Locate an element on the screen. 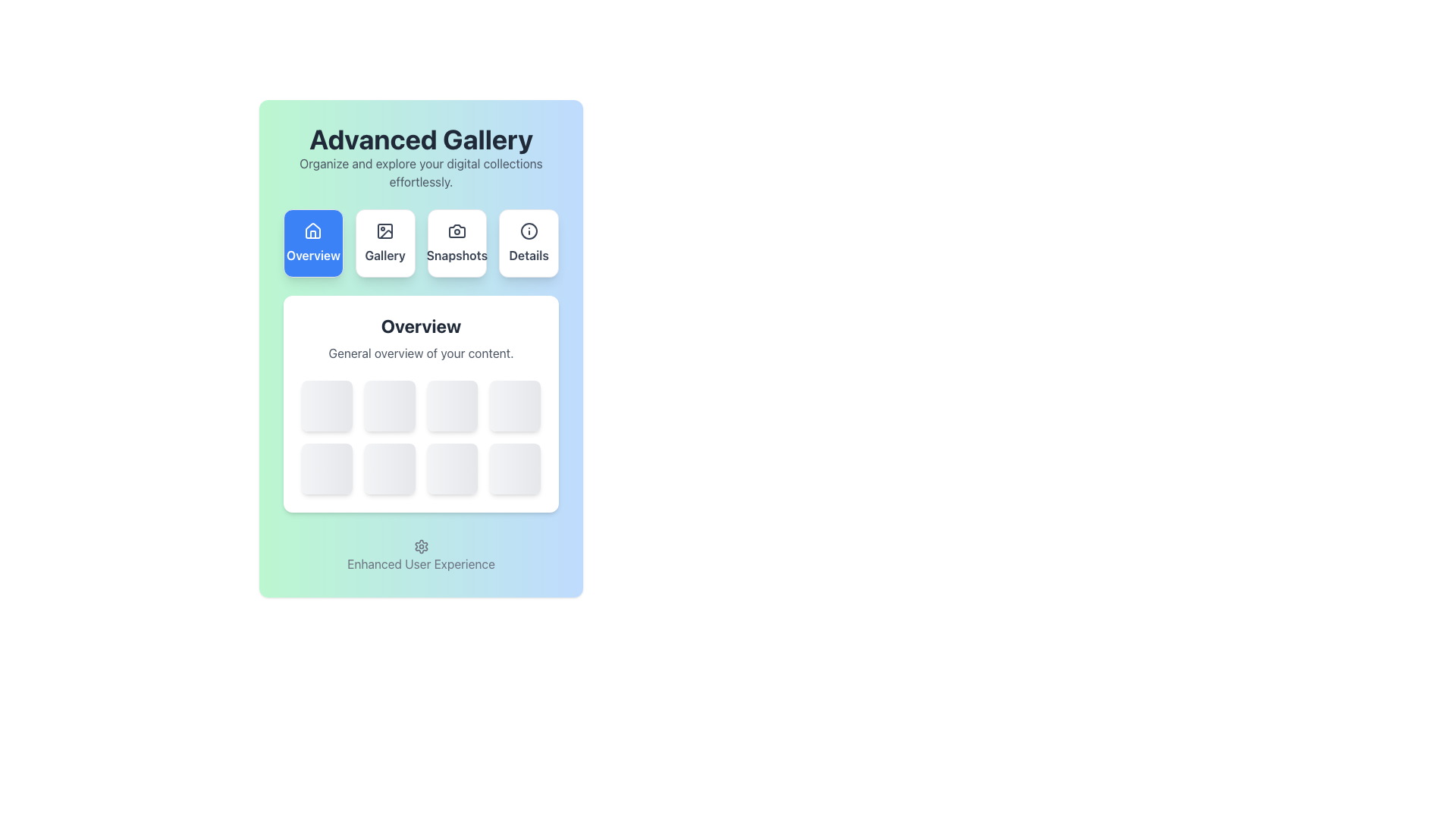 This screenshot has width=1456, height=819. the 'Gallery' button, which features a stylized image frame icon and is is located at coordinates (385, 242).